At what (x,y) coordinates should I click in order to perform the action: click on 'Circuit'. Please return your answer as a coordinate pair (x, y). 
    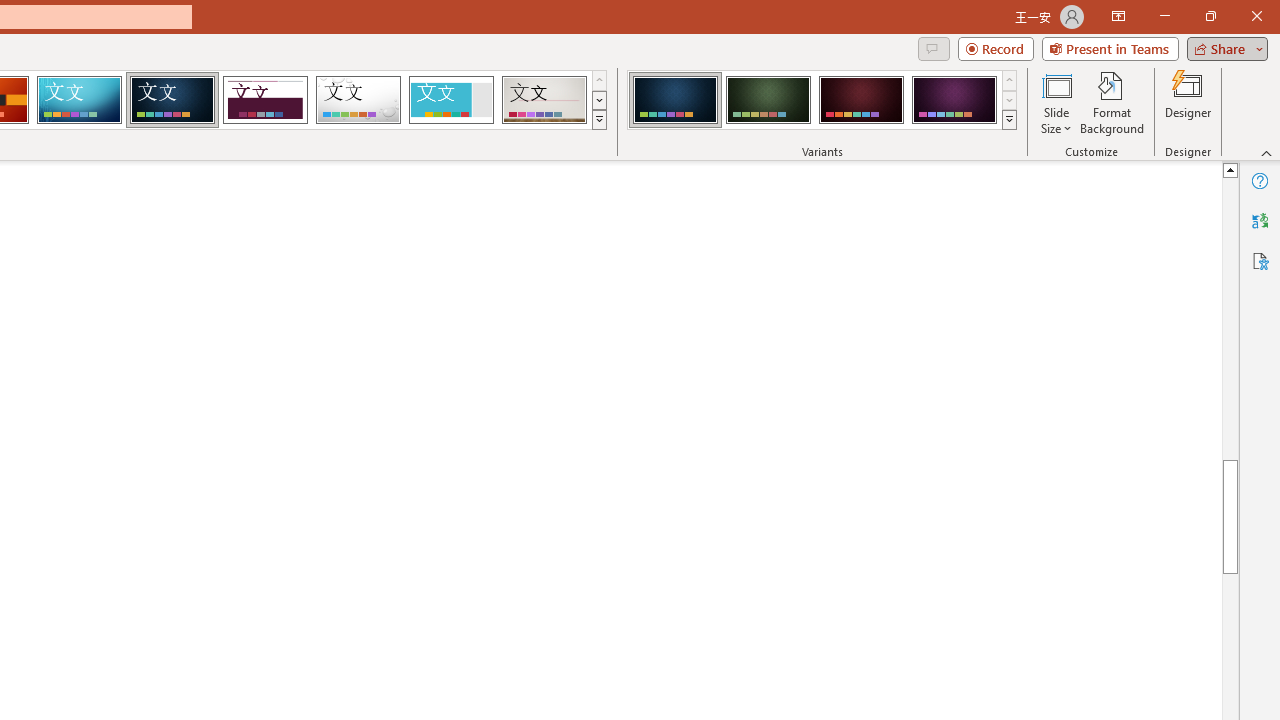
    Looking at the image, I should click on (79, 100).